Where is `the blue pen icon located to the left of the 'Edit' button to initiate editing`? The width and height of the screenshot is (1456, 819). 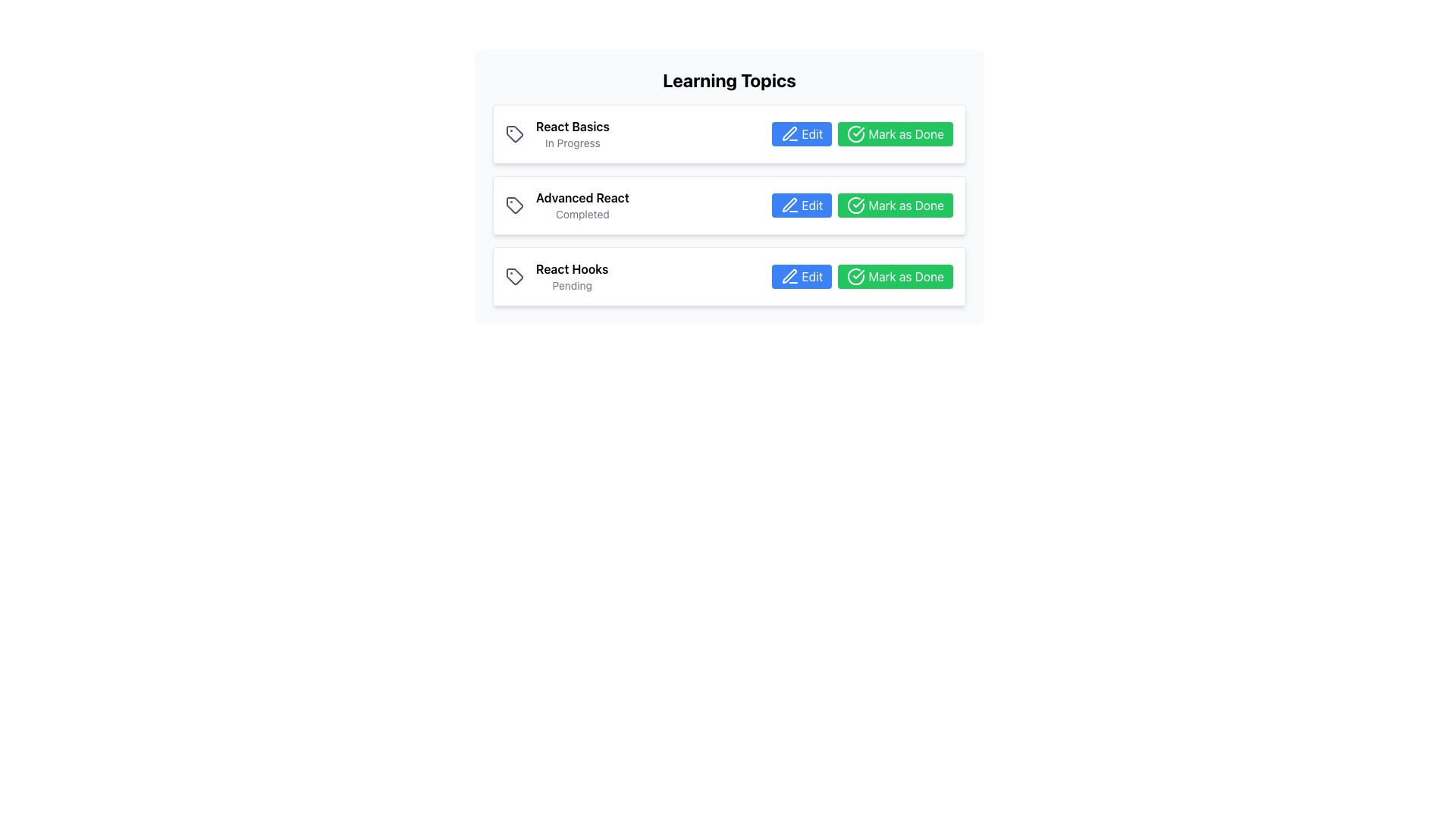 the blue pen icon located to the left of the 'Edit' button to initiate editing is located at coordinates (789, 133).